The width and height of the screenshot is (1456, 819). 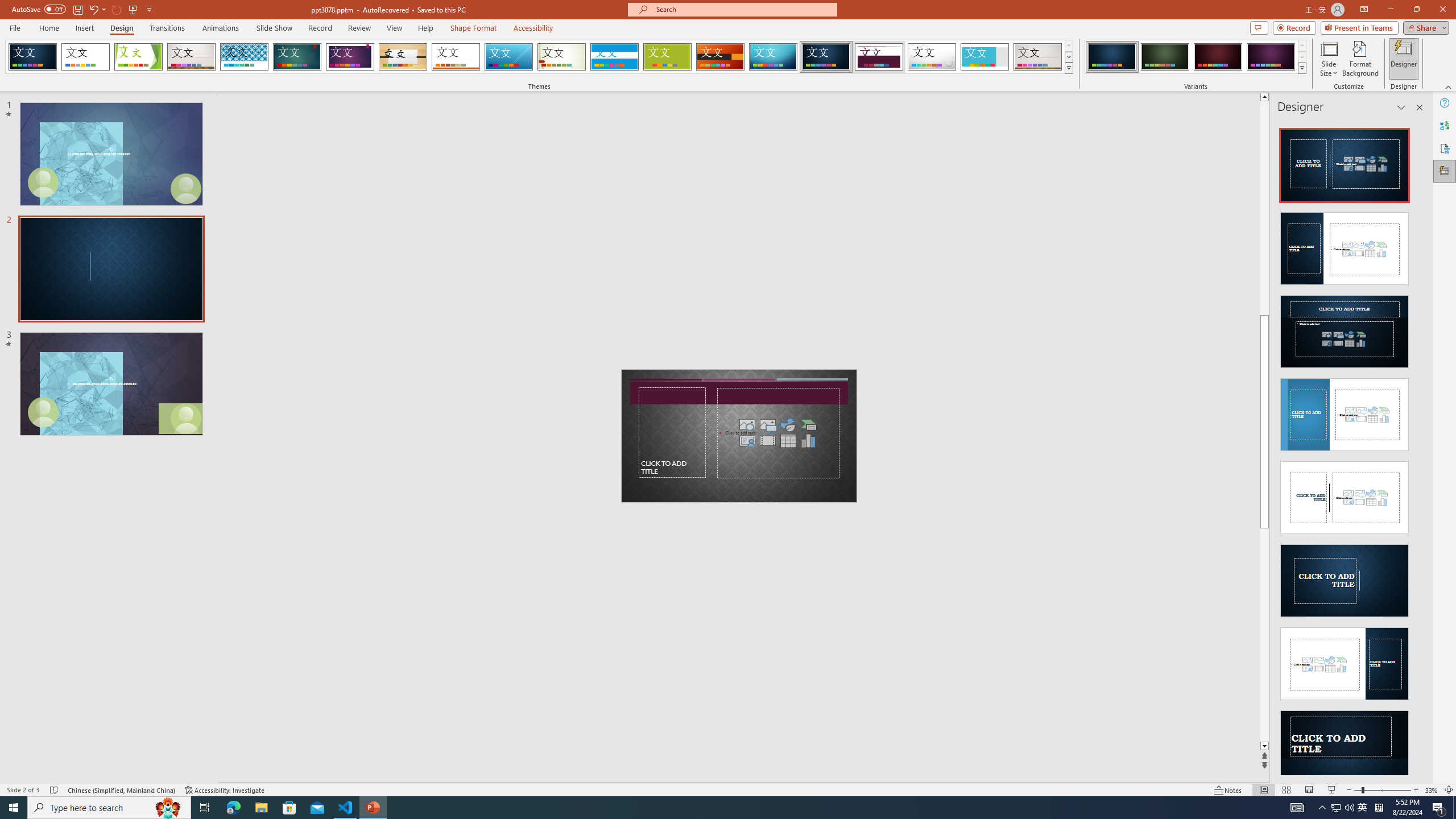 What do you see at coordinates (1301, 67) in the screenshot?
I see `'Variants'` at bounding box center [1301, 67].